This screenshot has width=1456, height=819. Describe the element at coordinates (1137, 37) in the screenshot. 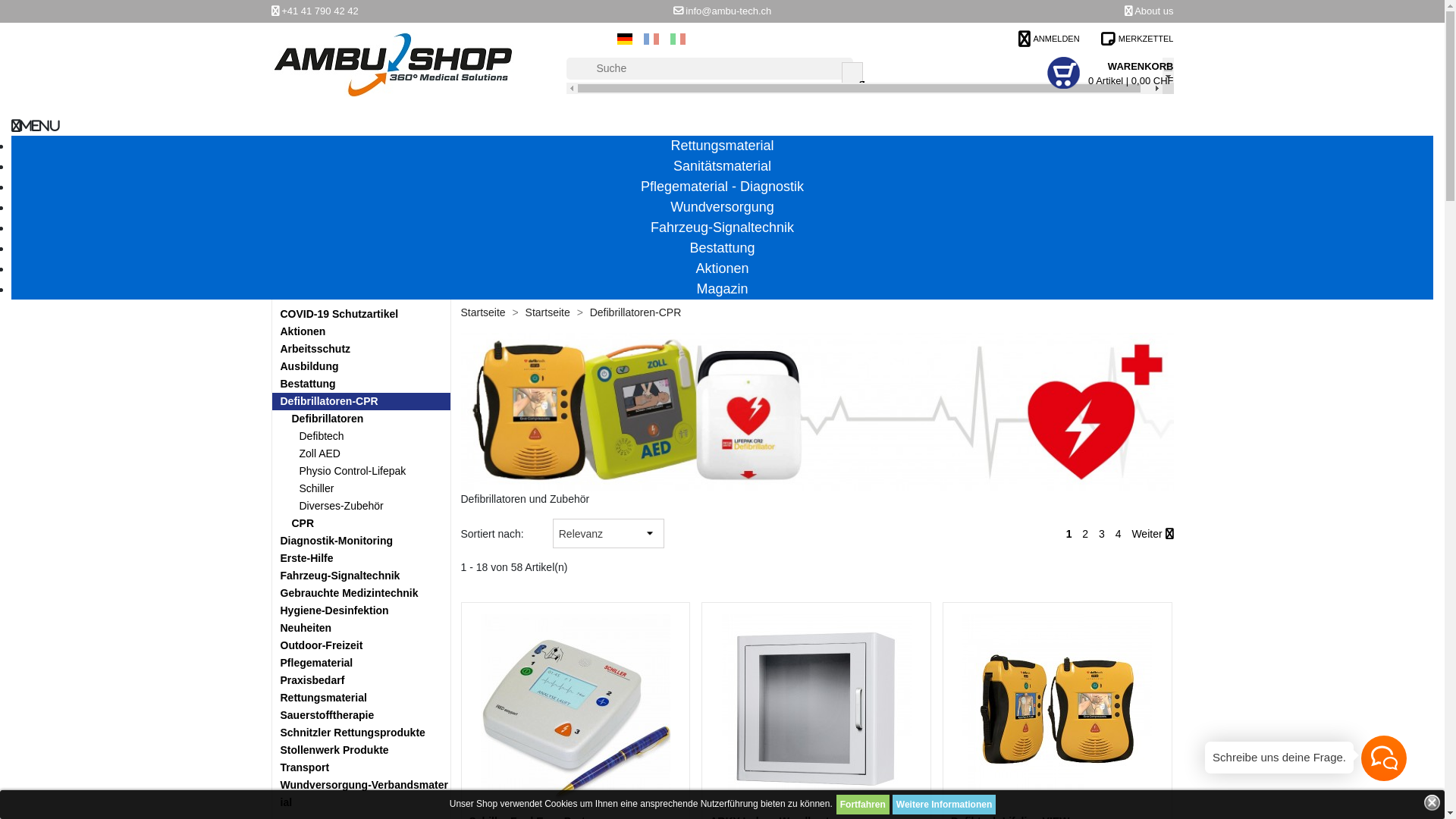

I see `'MERKZETTEL'` at that location.